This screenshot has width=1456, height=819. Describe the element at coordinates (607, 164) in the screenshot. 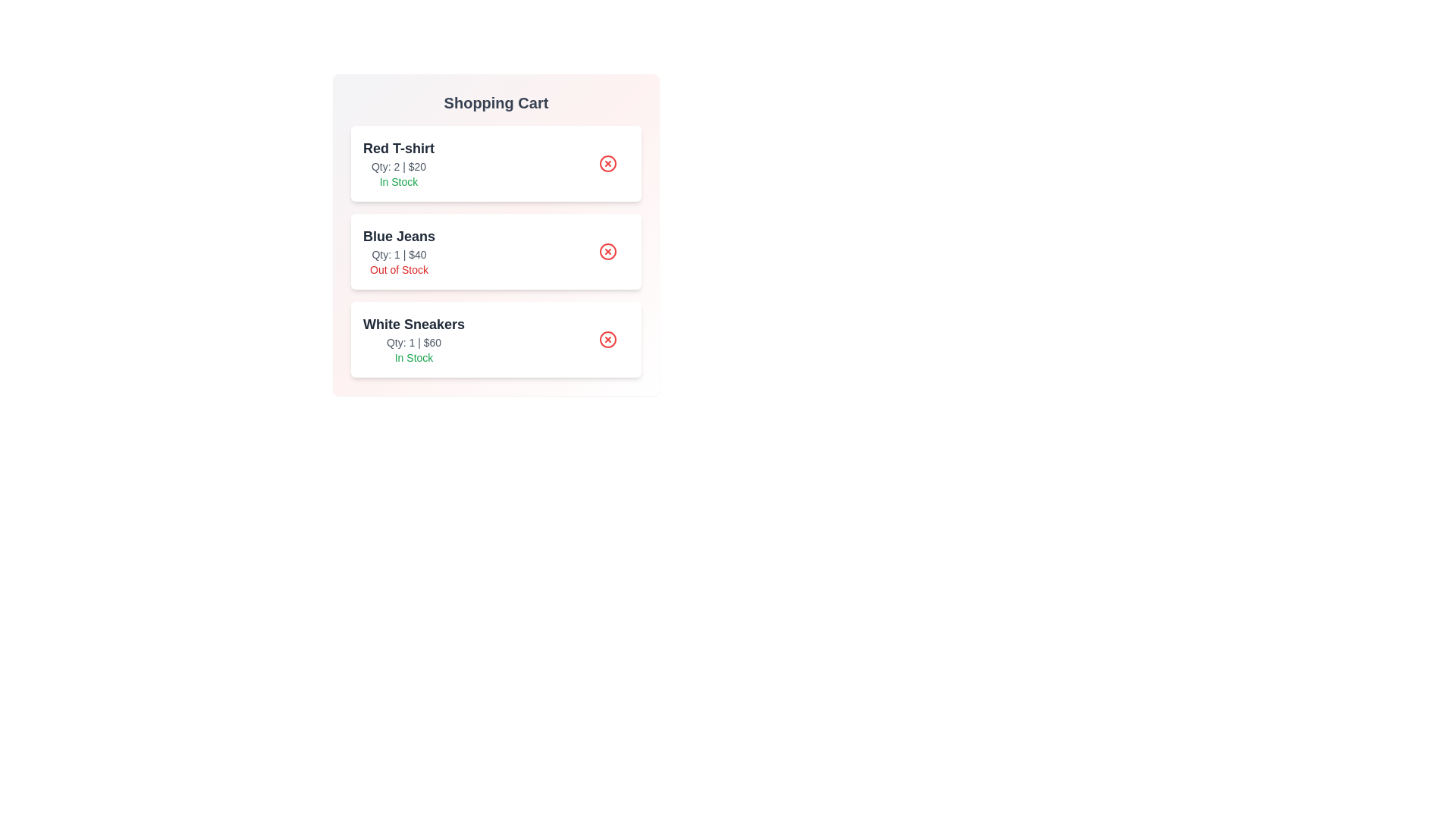

I see `remove button for the item Red T-shirt in the shopping cart` at that location.